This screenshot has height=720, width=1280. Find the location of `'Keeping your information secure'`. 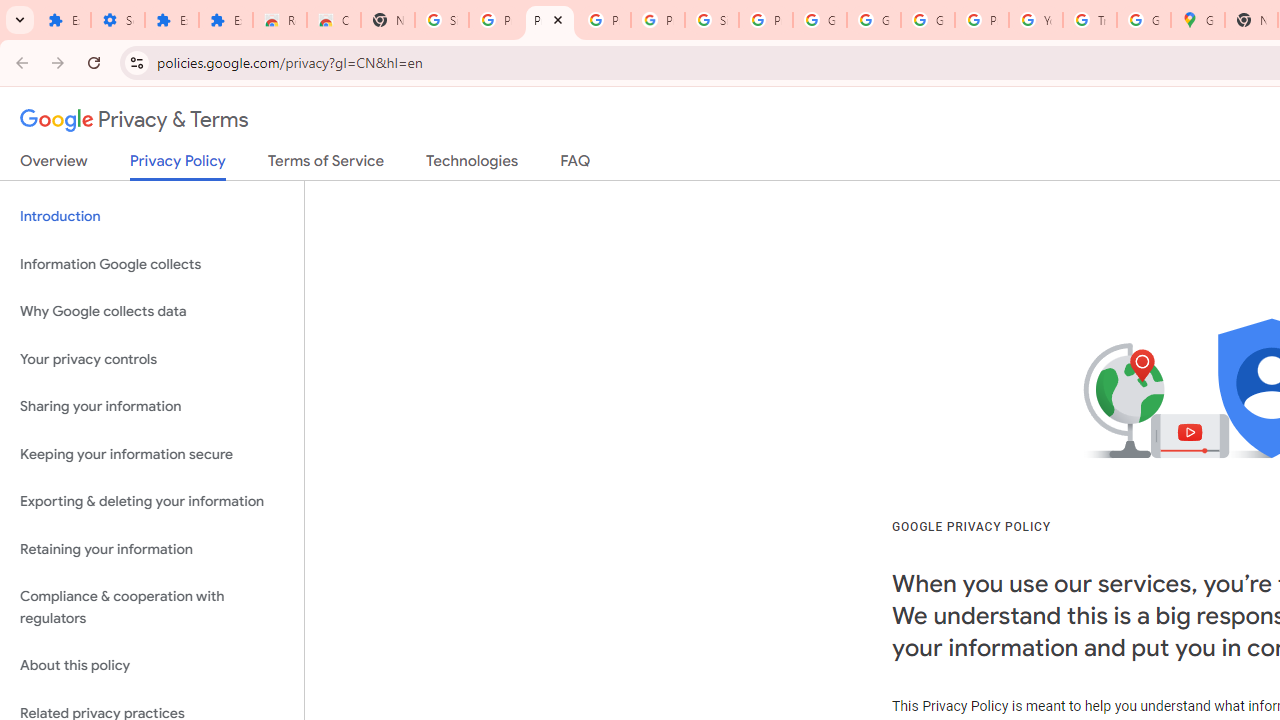

'Keeping your information secure' is located at coordinates (151, 454).